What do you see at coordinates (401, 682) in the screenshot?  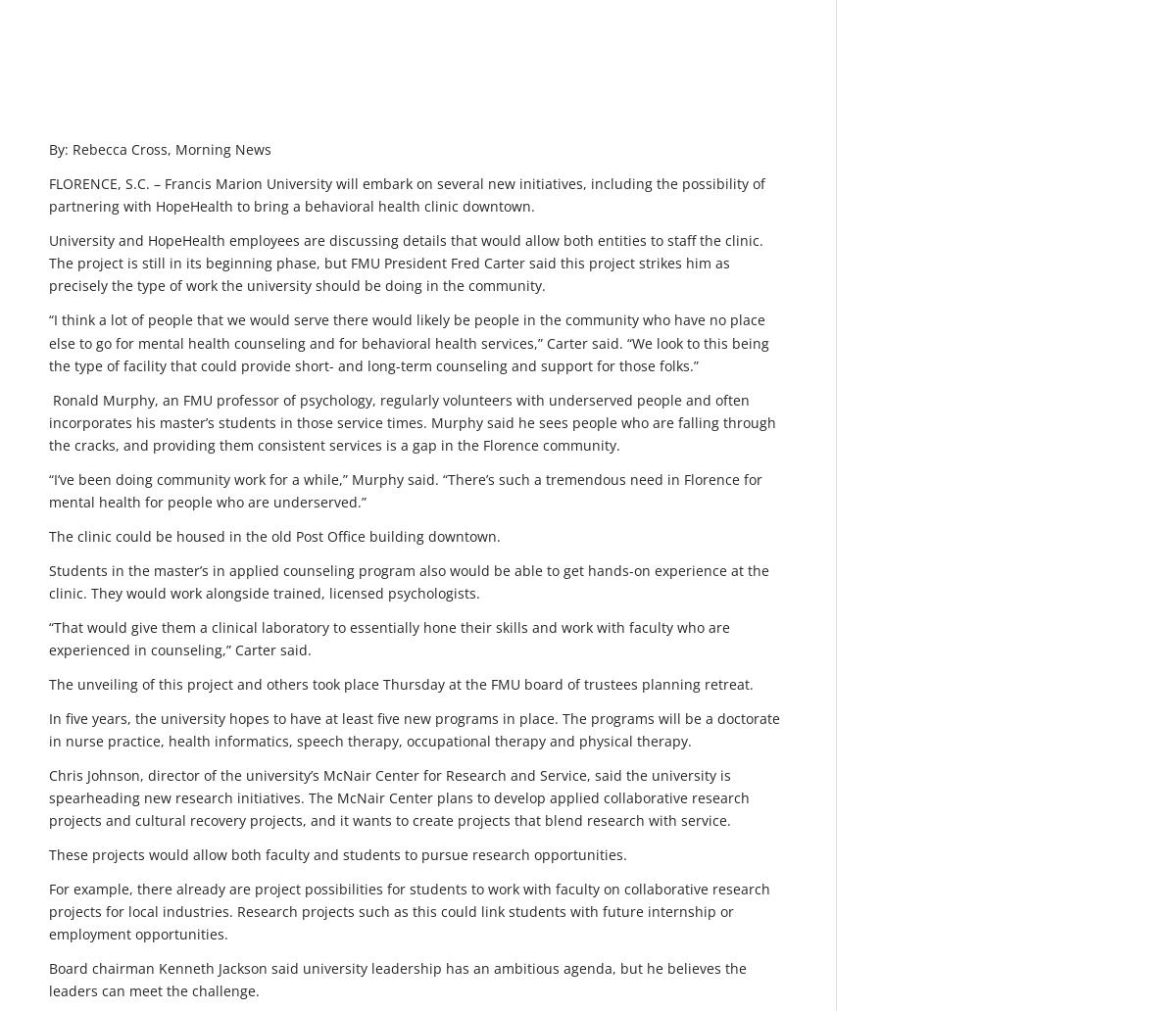 I see `'The unveiling of this project and others took place Thursday at the FMU board of trustees planning retreat.'` at bounding box center [401, 682].